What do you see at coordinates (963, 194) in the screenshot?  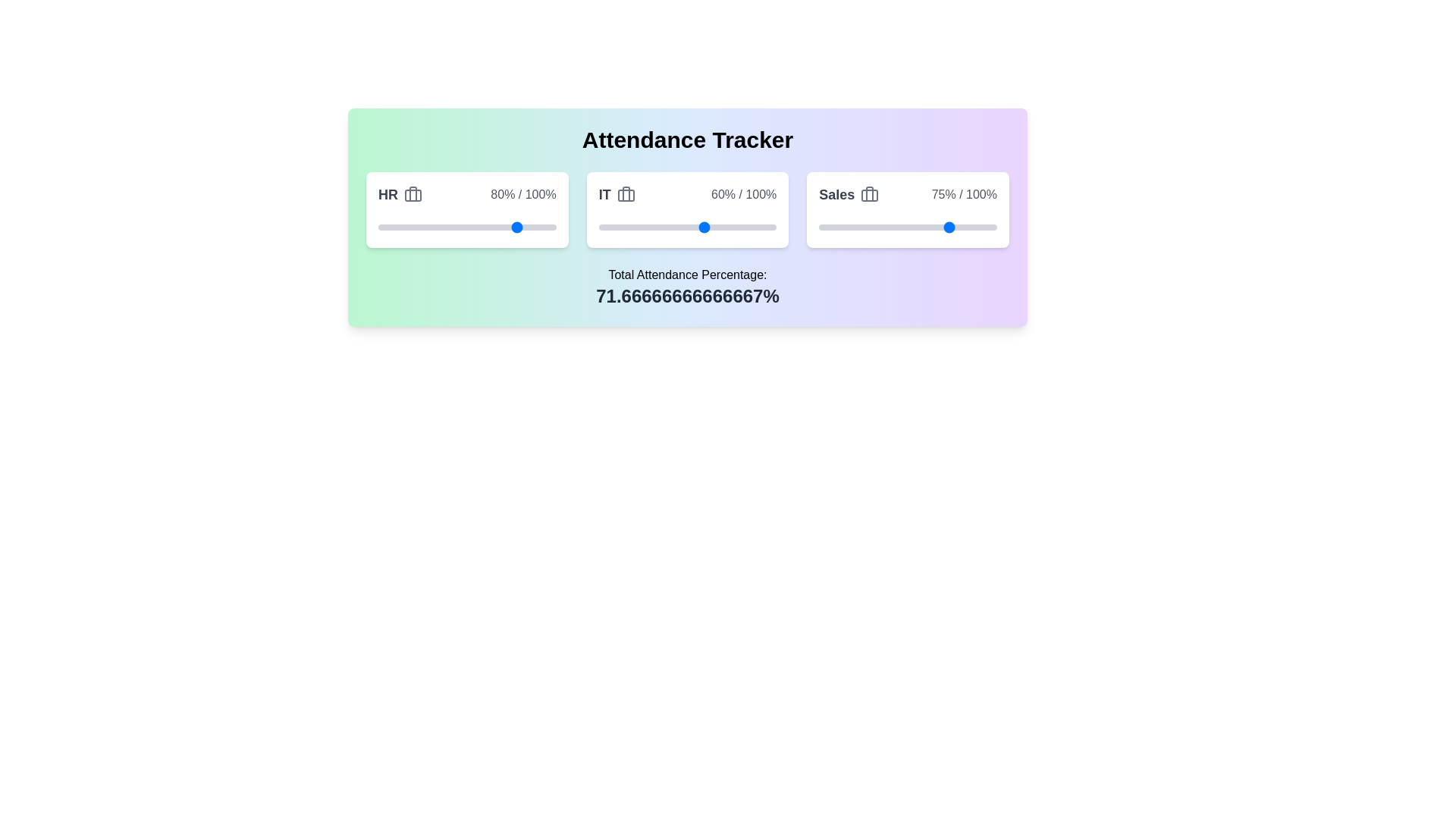 I see `the static text display showing a numerical ratio or percentage related to sales, located at the top-right of the 'Sales' card` at bounding box center [963, 194].